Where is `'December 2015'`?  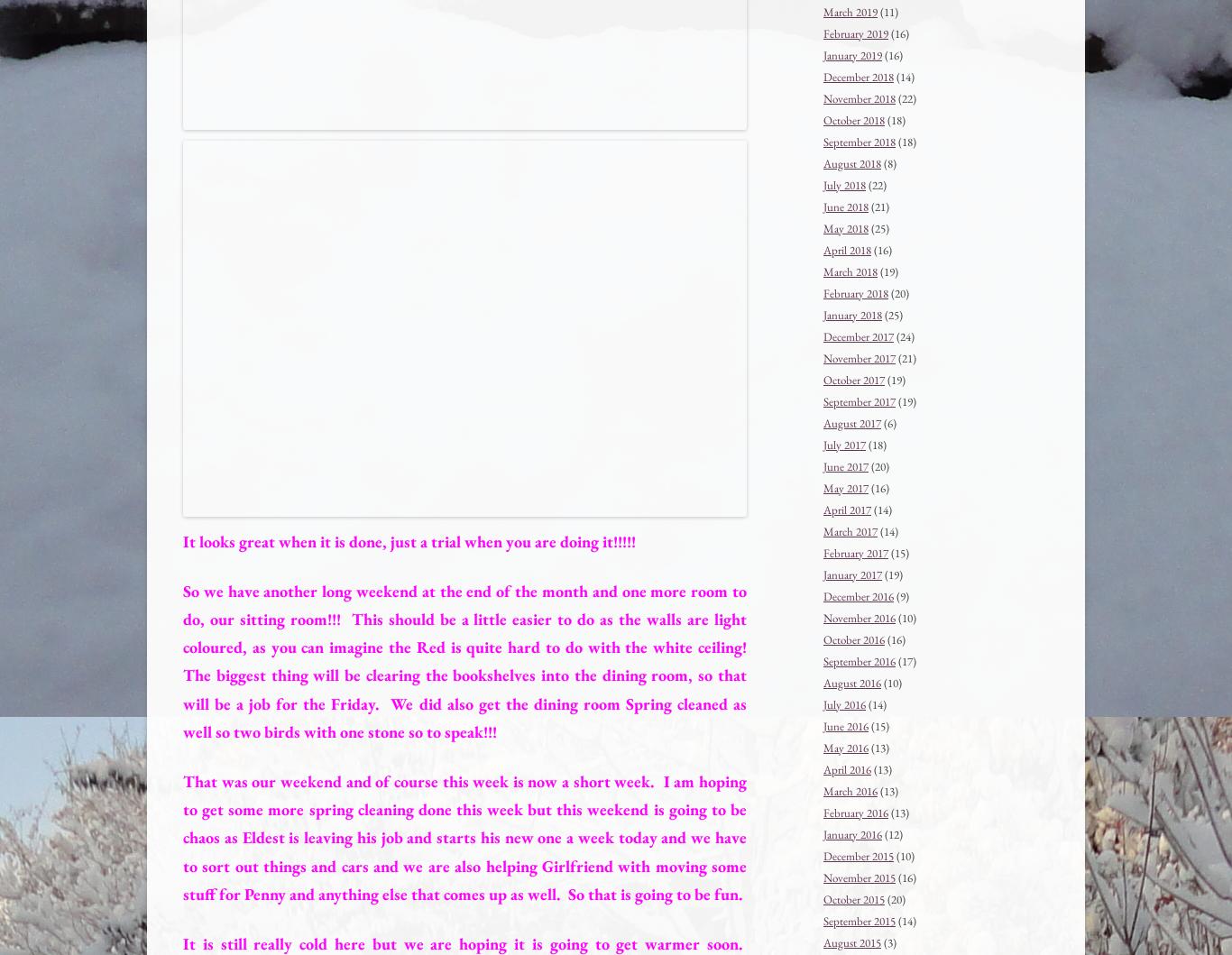 'December 2015' is located at coordinates (858, 855).